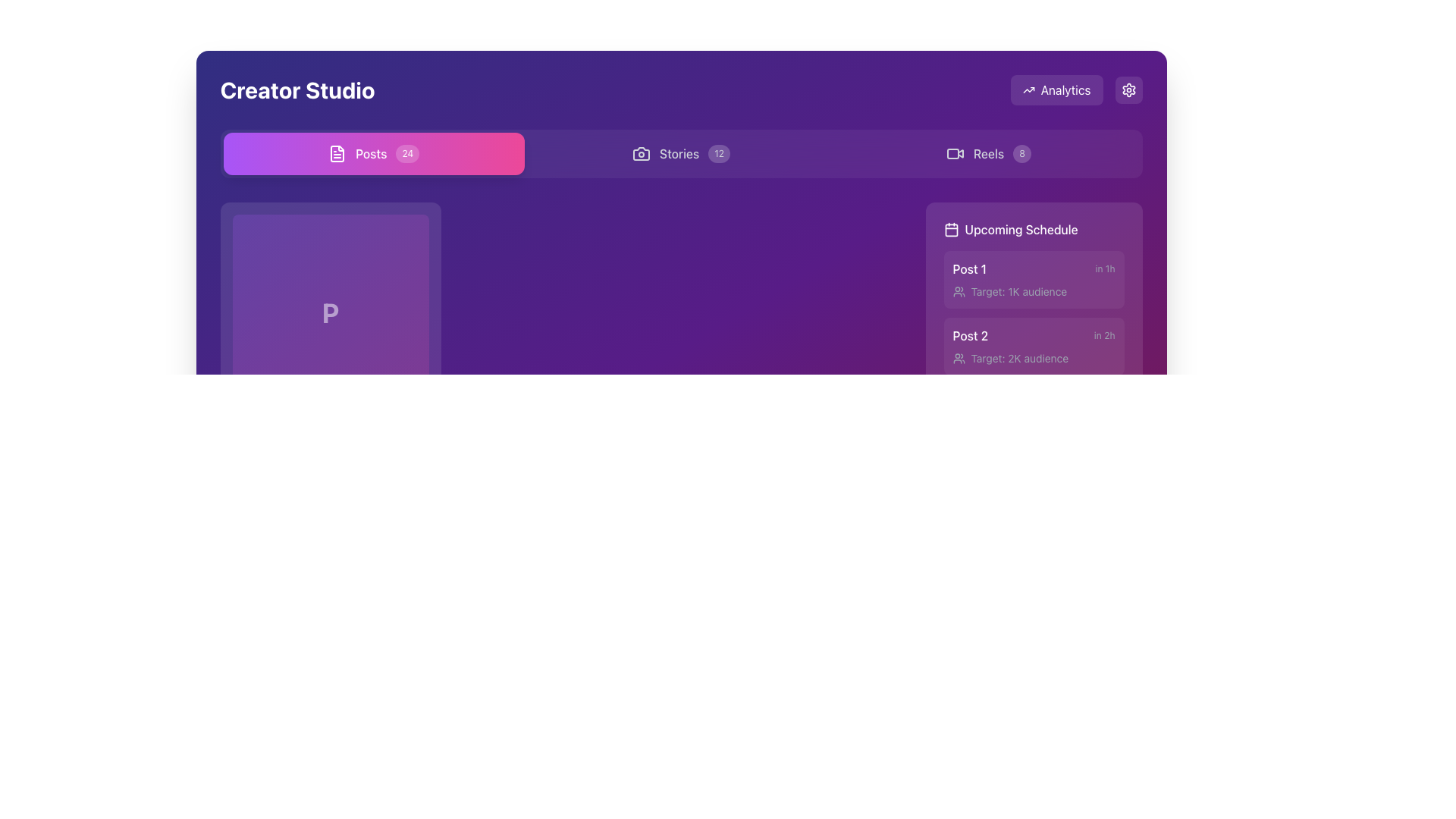 The width and height of the screenshot is (1456, 819). Describe the element at coordinates (969, 335) in the screenshot. I see `the static text label 'Post 2' in the Upcoming Schedule sidebar` at that location.